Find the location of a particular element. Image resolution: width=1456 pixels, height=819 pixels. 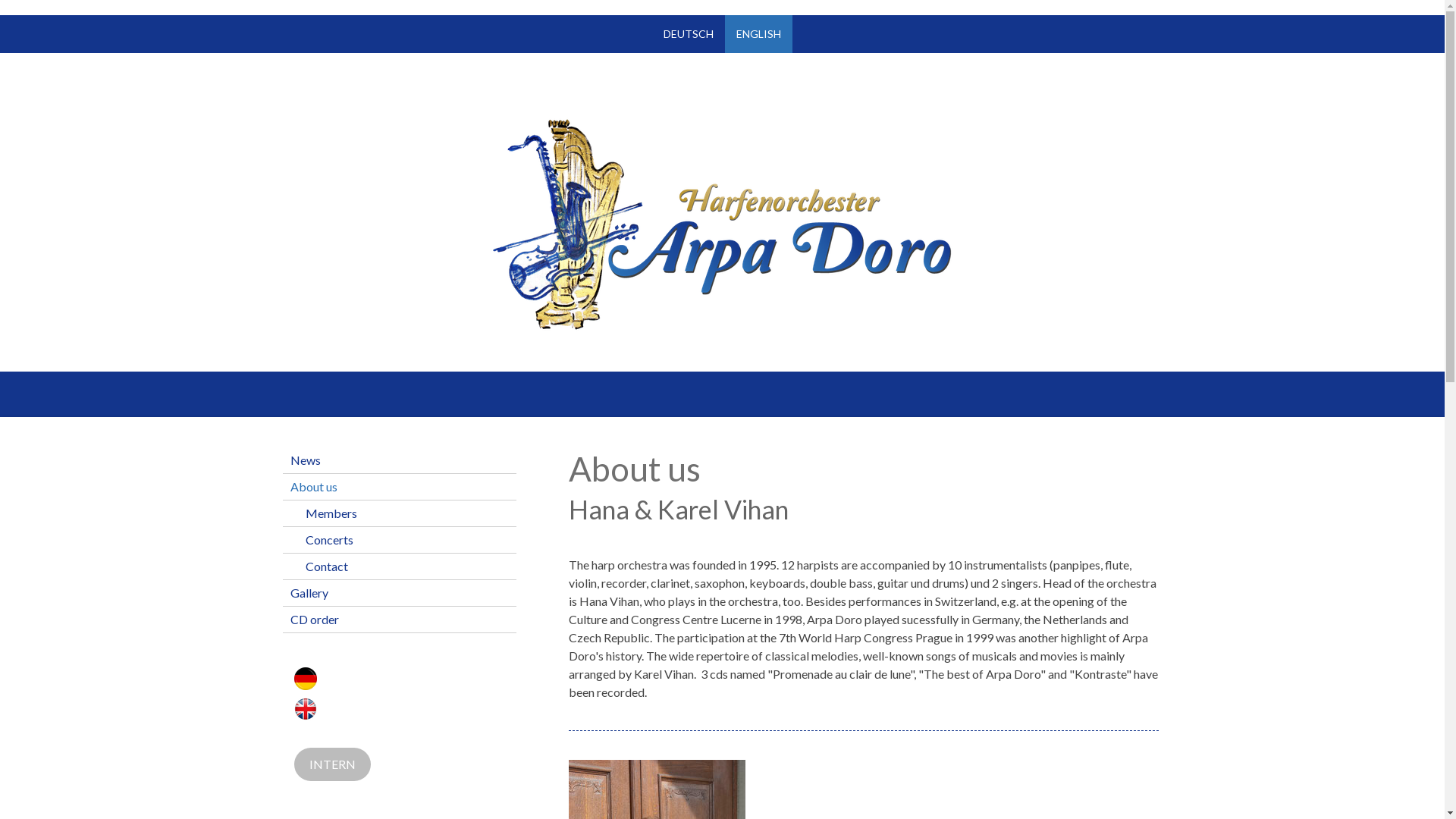

'DEUTSCH' is located at coordinates (687, 34).